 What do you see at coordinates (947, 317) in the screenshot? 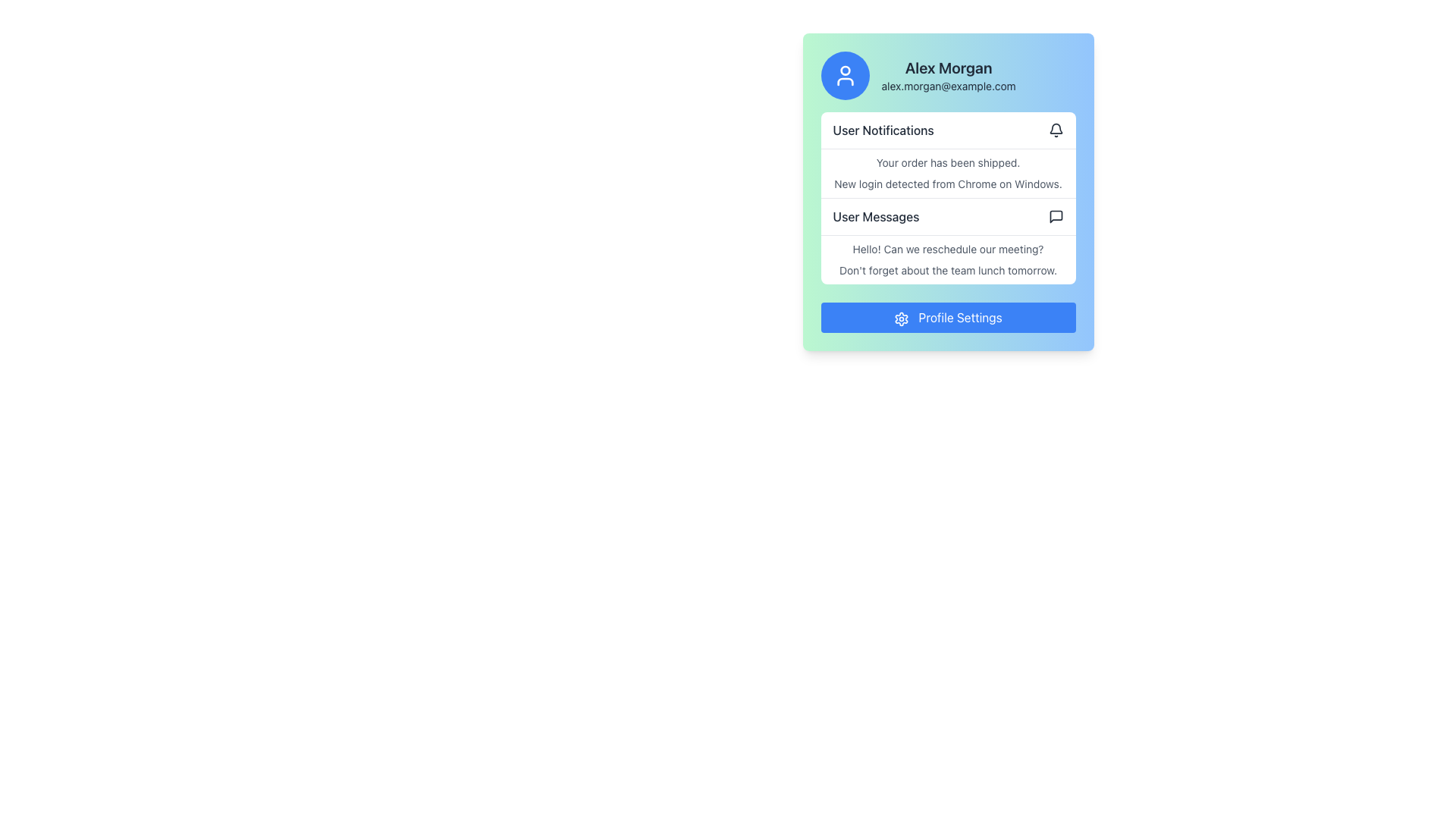
I see `the rectangular button labeled 'Profile Settings' with a blue background and a gear icon` at bounding box center [947, 317].